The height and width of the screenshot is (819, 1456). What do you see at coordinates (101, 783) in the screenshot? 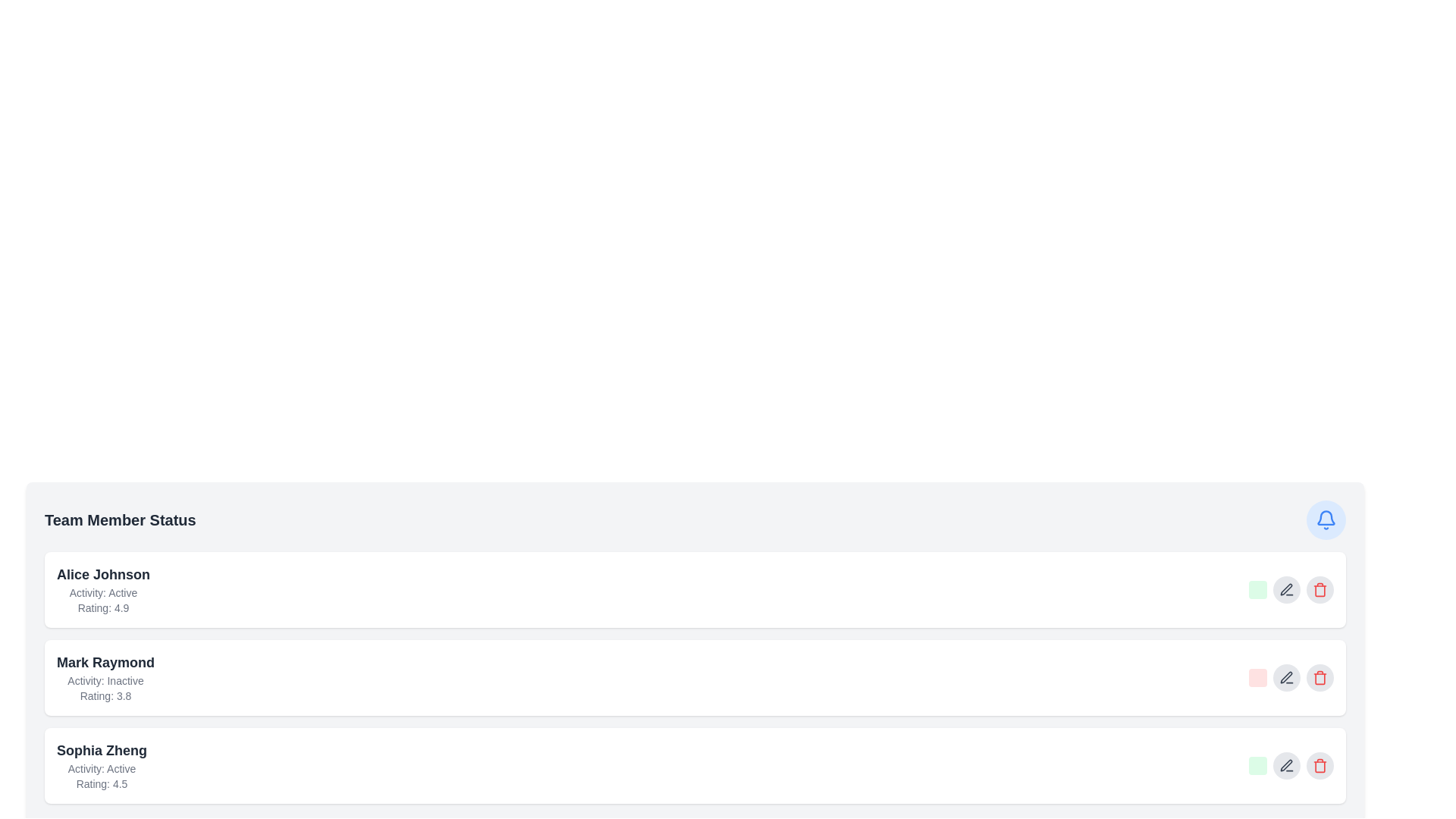
I see `the rating information text label, which is the third line of text in the user information card, located below 'Activity: Active' and 'Sophia Zheng'` at bounding box center [101, 783].